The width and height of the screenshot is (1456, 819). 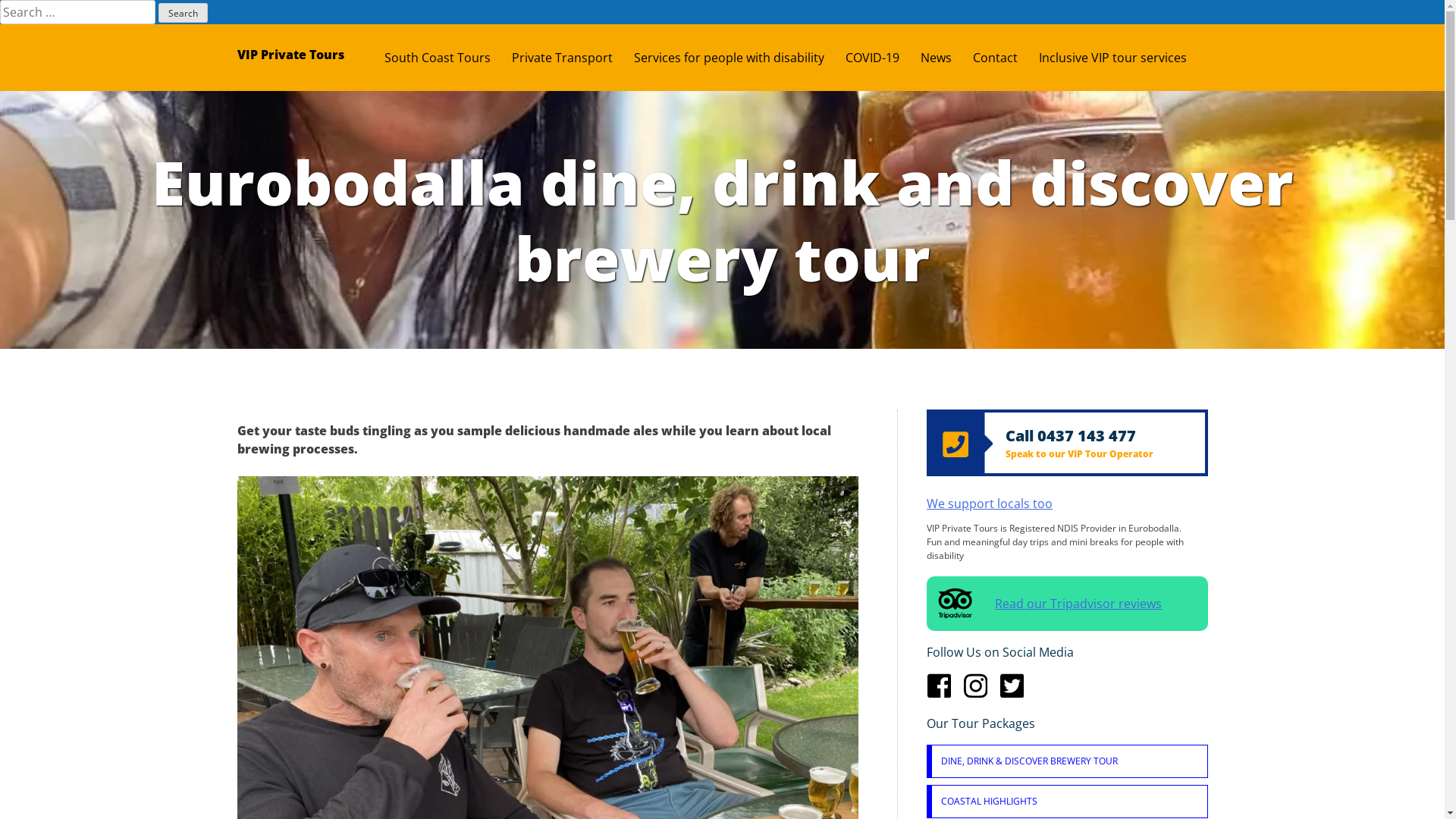 I want to click on 'Read our Tripadvisor reviews', so click(x=1065, y=602).